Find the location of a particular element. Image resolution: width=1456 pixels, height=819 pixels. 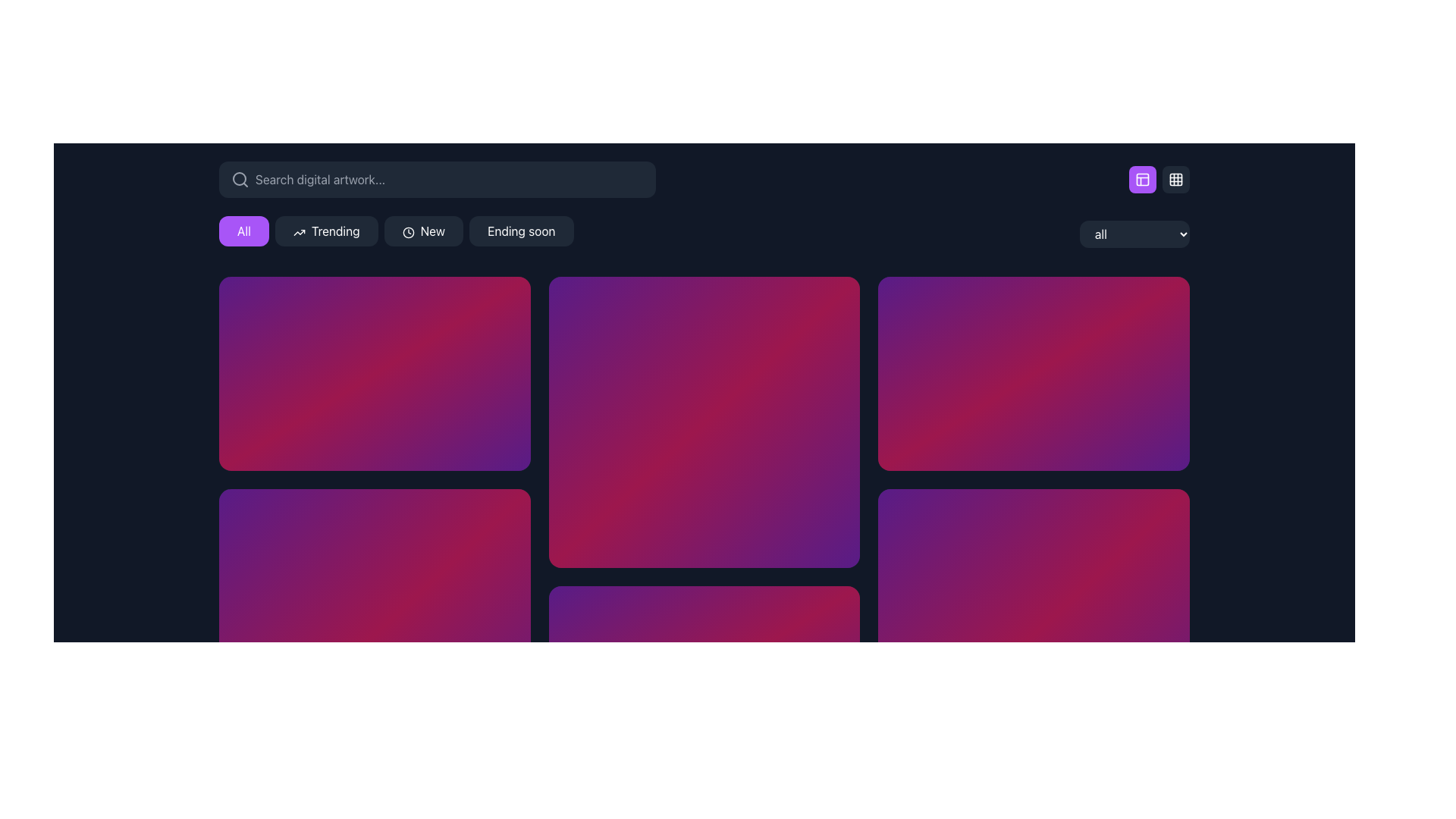

the small circular shape within the SVG component located in the top-right region of the application interface is located at coordinates (833, 302).